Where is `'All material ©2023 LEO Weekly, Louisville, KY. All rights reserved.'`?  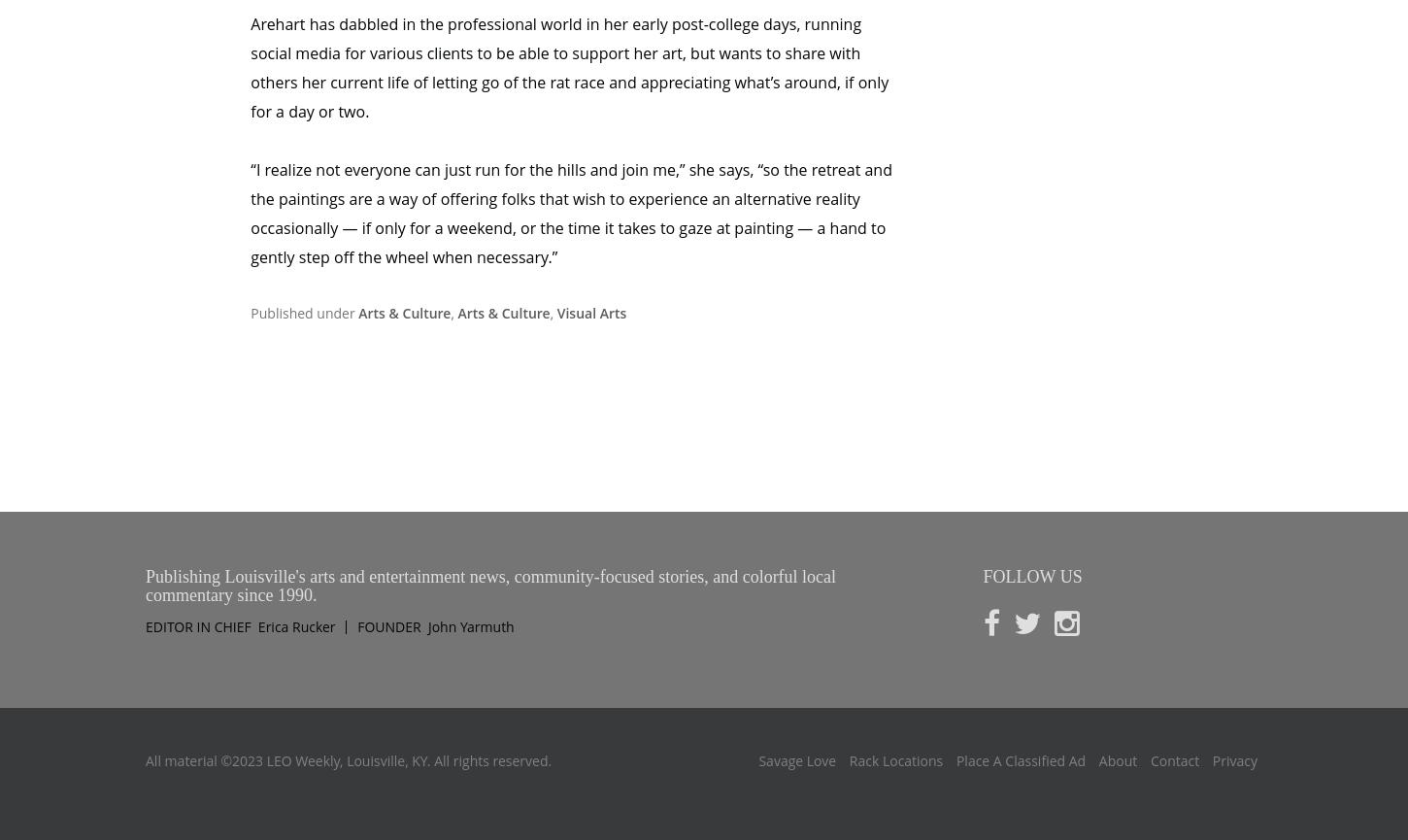
'All material ©2023 LEO Weekly, Louisville, KY. All rights reserved.' is located at coordinates (144, 678).